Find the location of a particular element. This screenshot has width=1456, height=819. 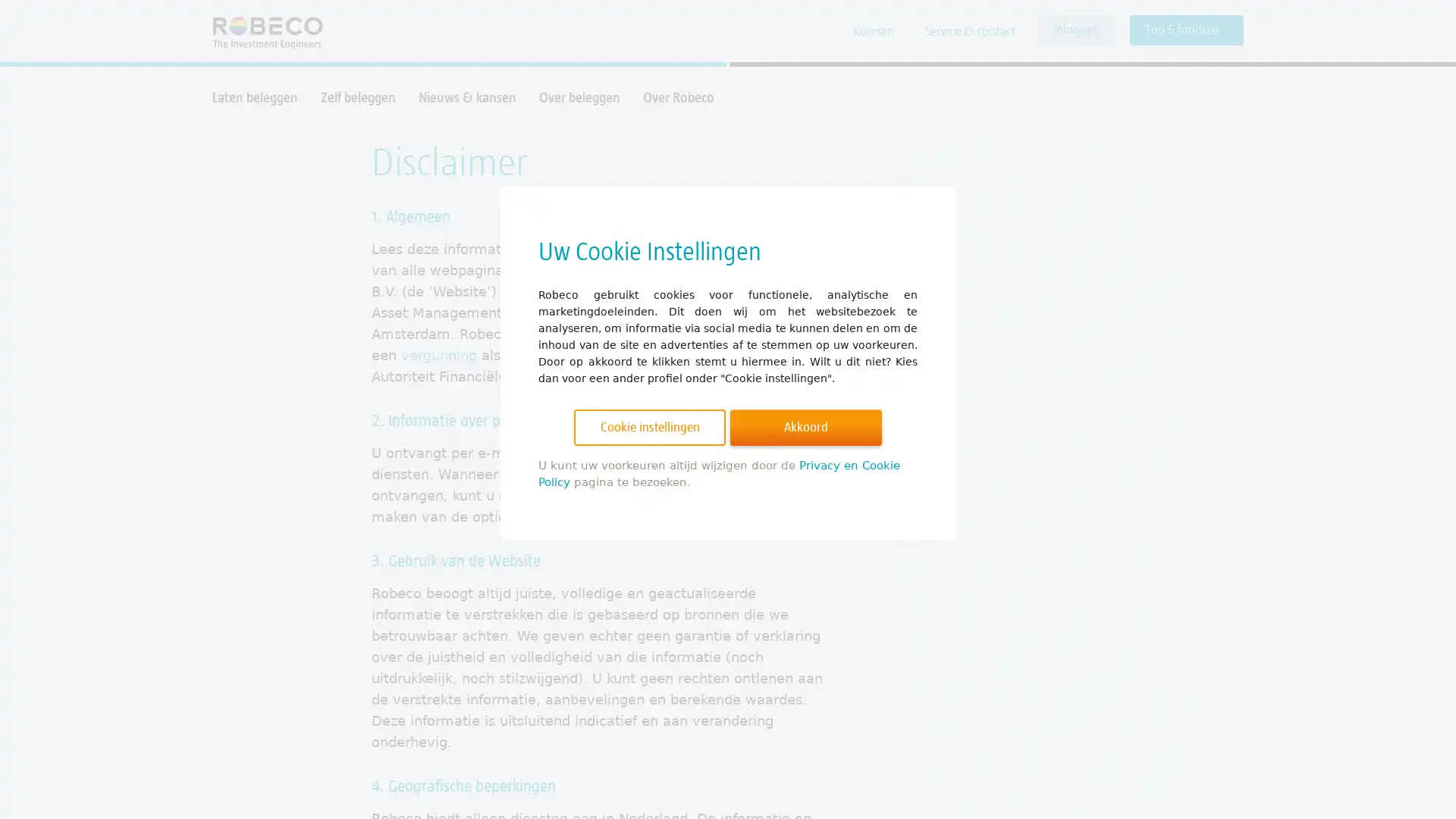

Laten beleggen is located at coordinates (255, 97).